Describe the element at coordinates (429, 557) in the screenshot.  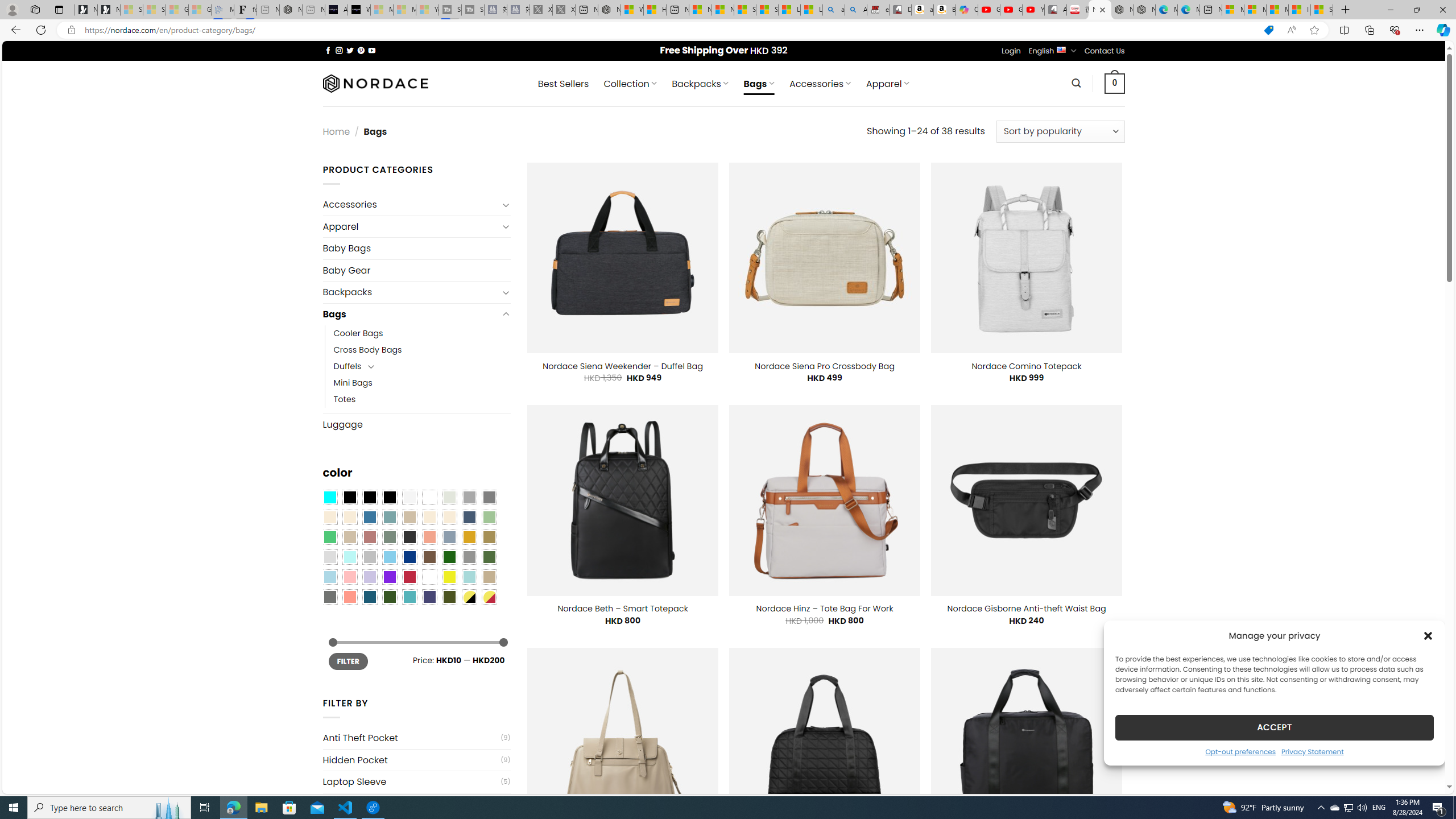
I see `'Brown'` at that location.